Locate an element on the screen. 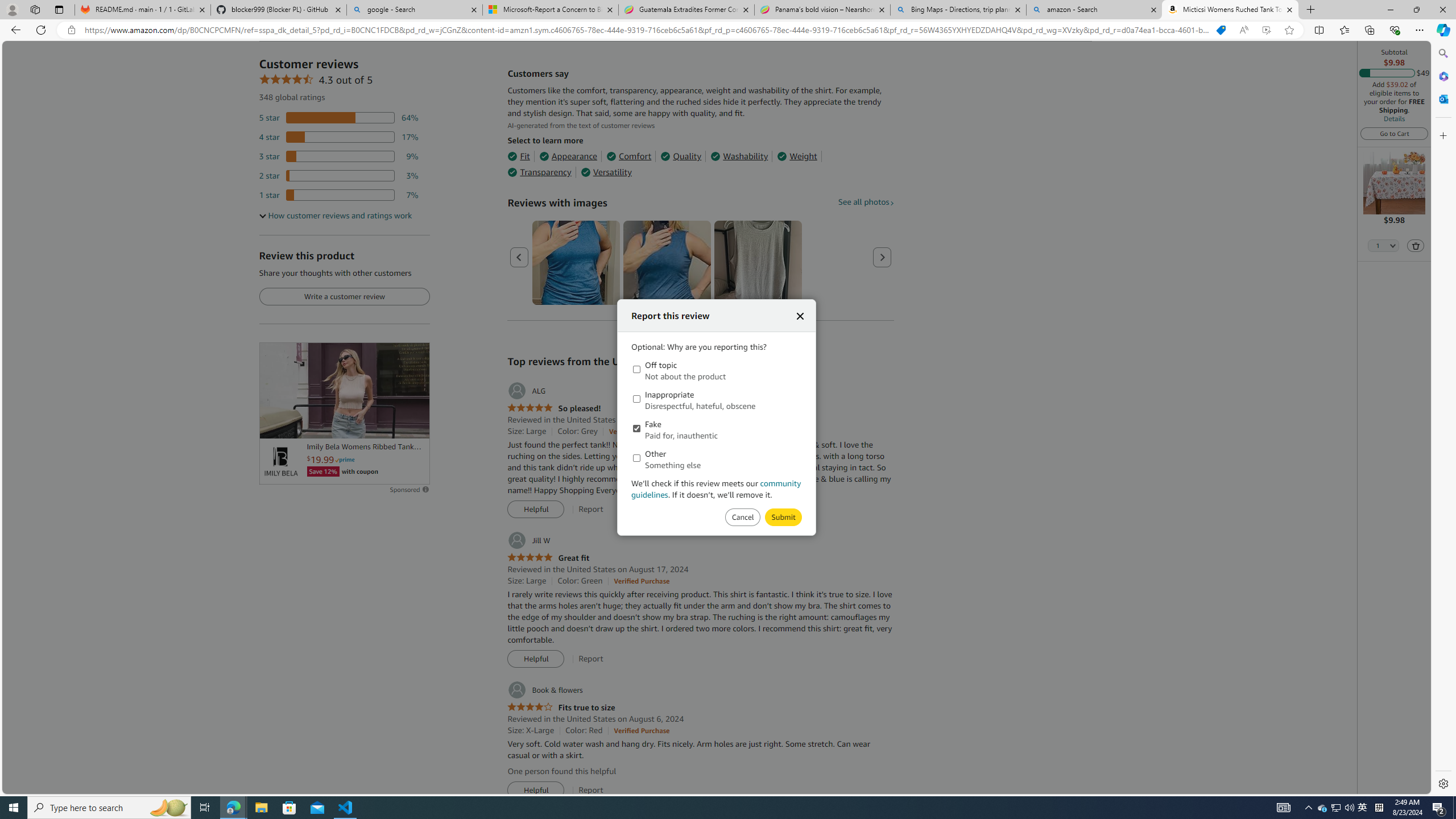 The image size is (1456, 819). 'Transparency' is located at coordinates (539, 172).